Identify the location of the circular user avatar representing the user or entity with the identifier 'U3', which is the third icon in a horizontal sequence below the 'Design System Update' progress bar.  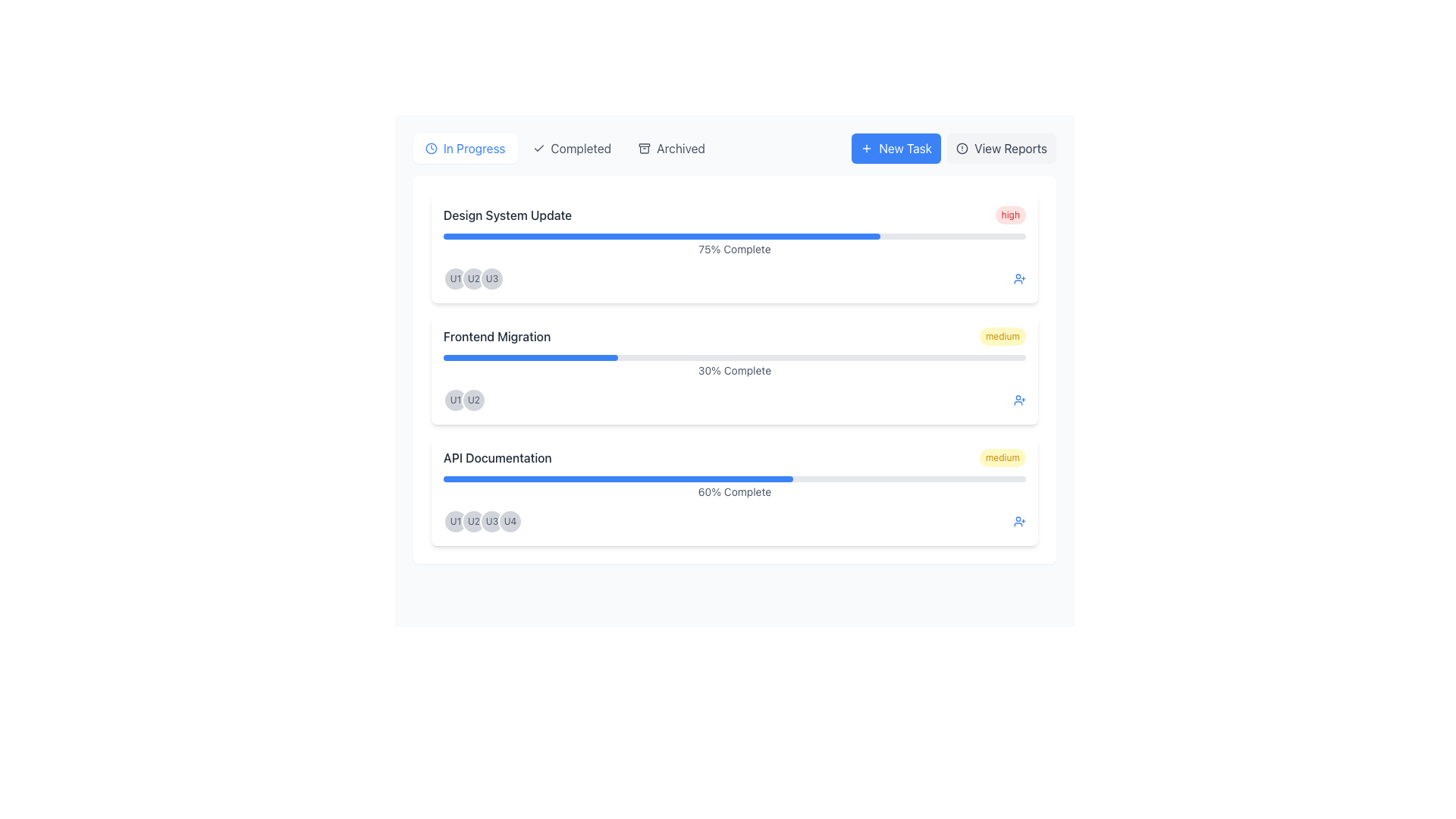
(491, 278).